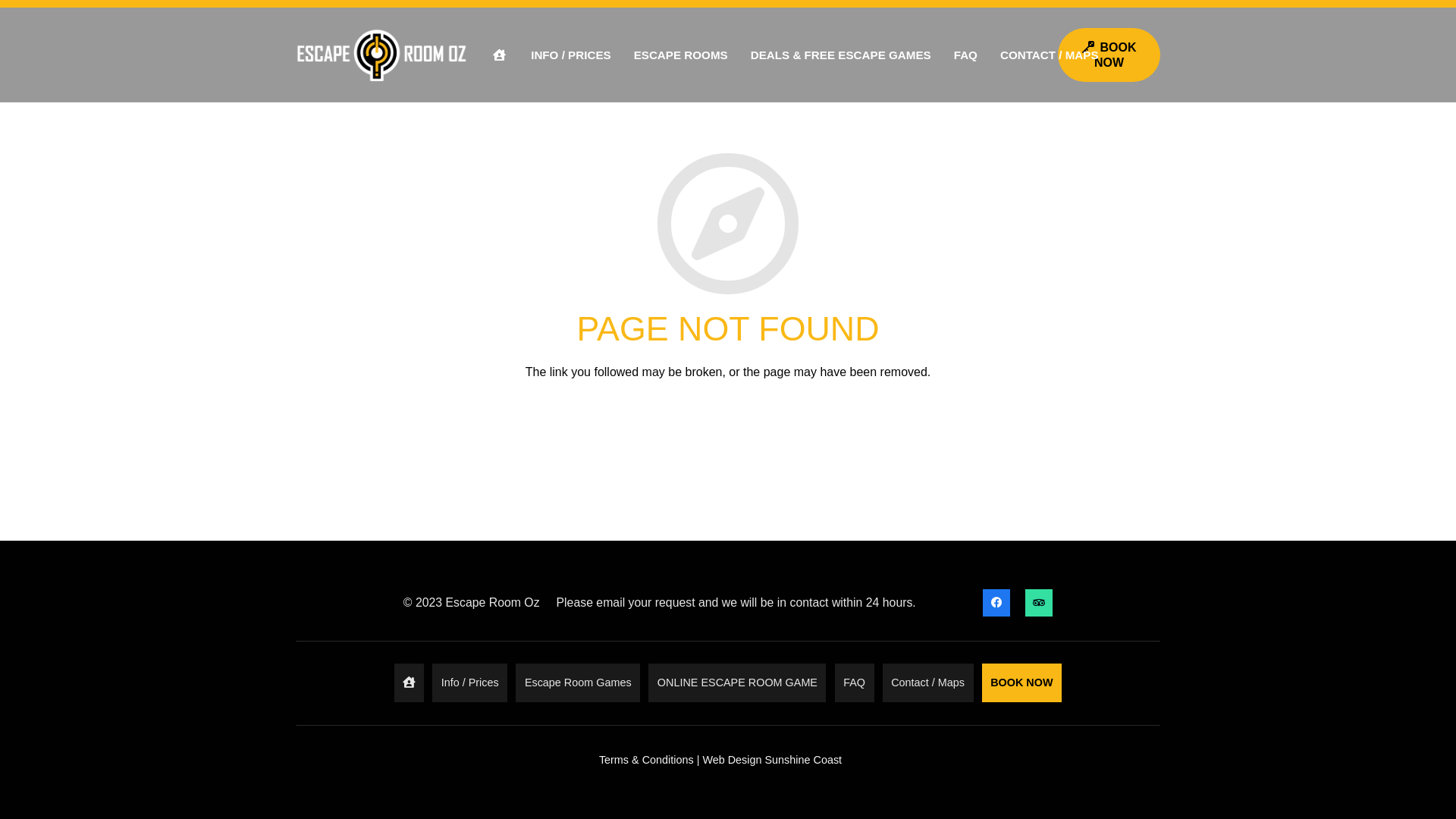 The width and height of the screenshot is (1456, 819). What do you see at coordinates (771, 760) in the screenshot?
I see `'Web Design Sunshine Coast'` at bounding box center [771, 760].